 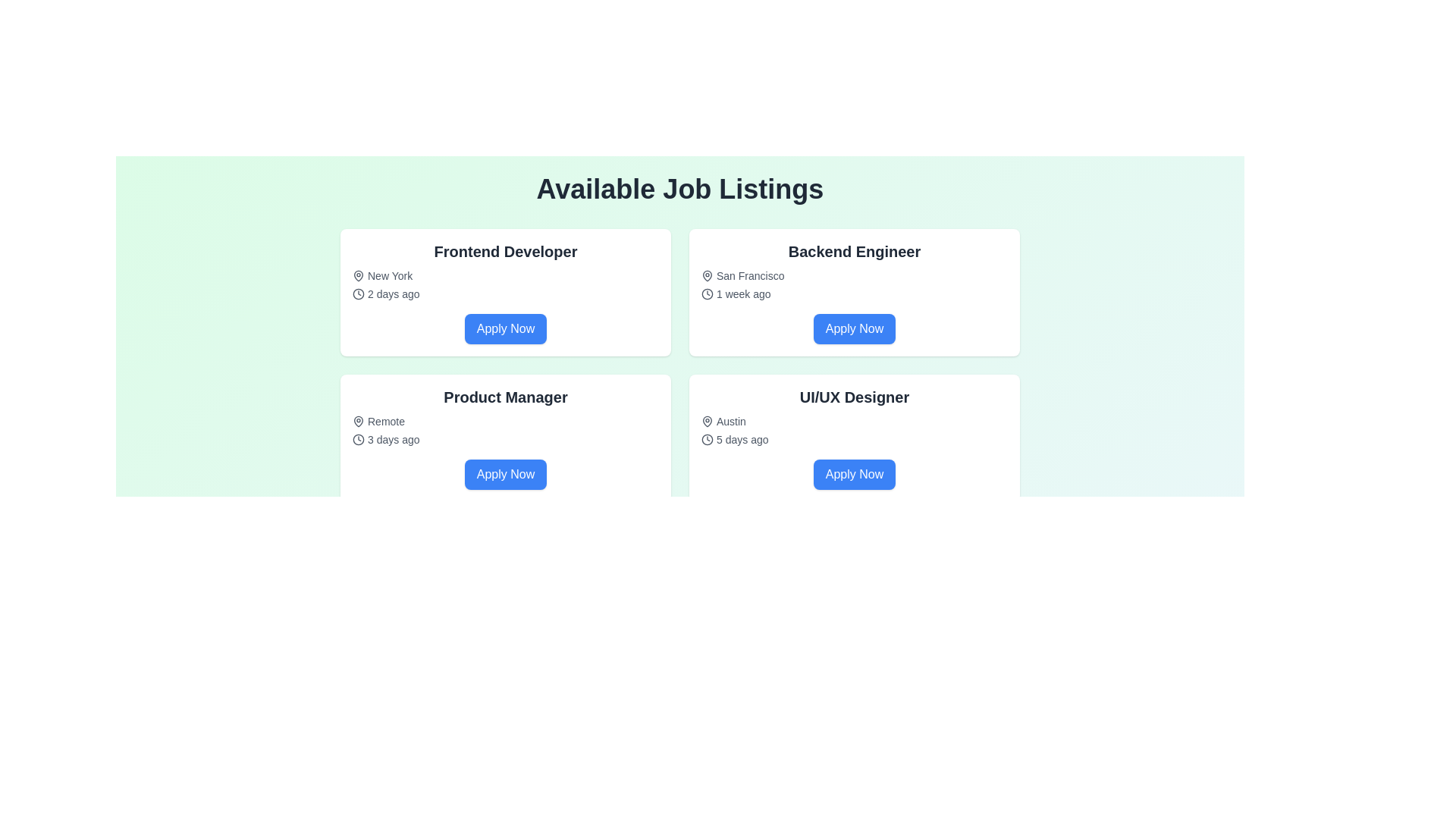 What do you see at coordinates (358, 421) in the screenshot?
I see `the stylized map pin icon located on the left side of the 'Remote' label within the 'Product Manager' job listing card` at bounding box center [358, 421].